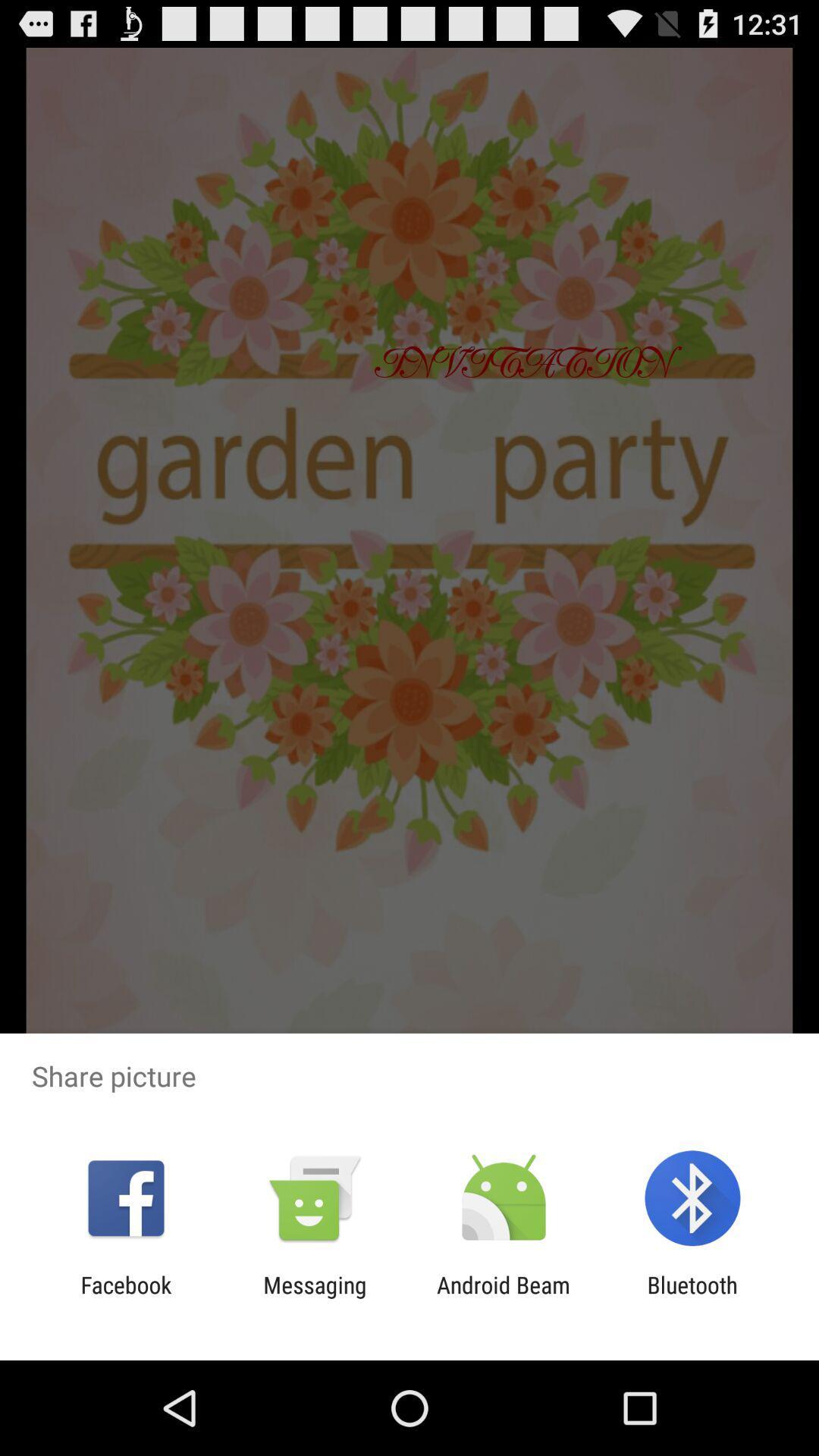  What do you see at coordinates (504, 1298) in the screenshot?
I see `android beam app` at bounding box center [504, 1298].